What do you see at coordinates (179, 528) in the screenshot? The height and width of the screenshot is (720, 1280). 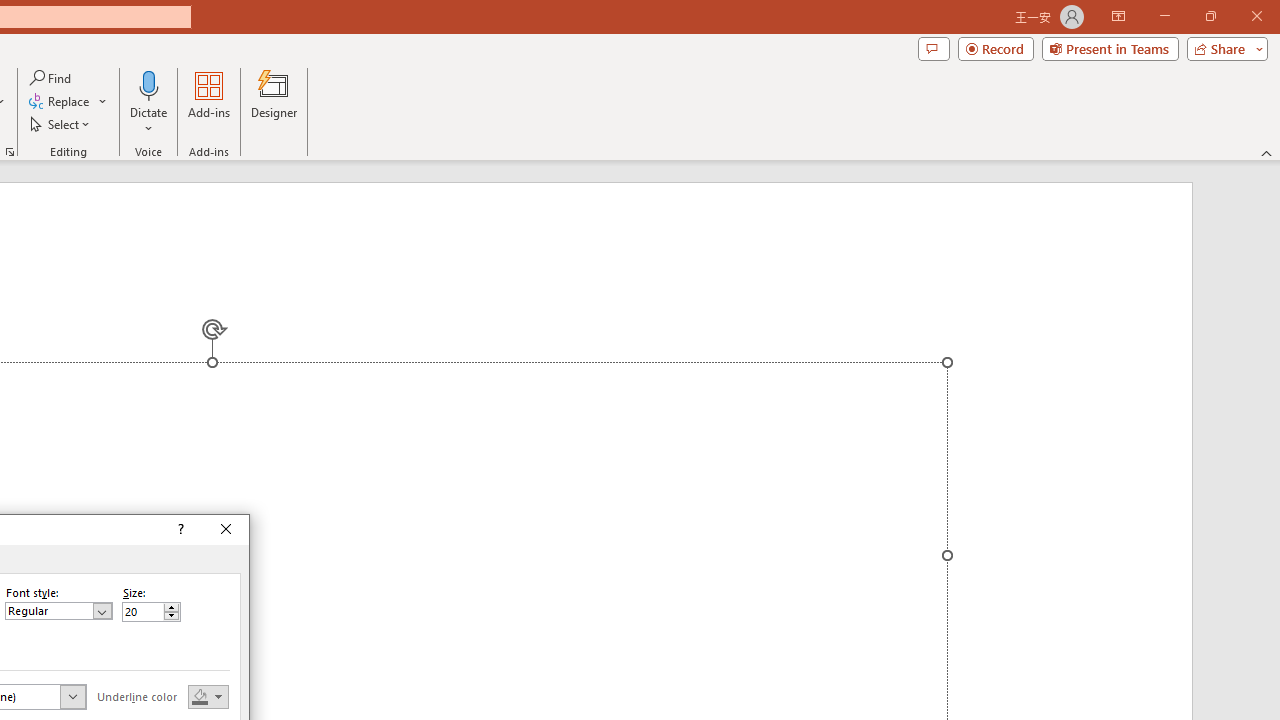 I see `'Context help'` at bounding box center [179, 528].